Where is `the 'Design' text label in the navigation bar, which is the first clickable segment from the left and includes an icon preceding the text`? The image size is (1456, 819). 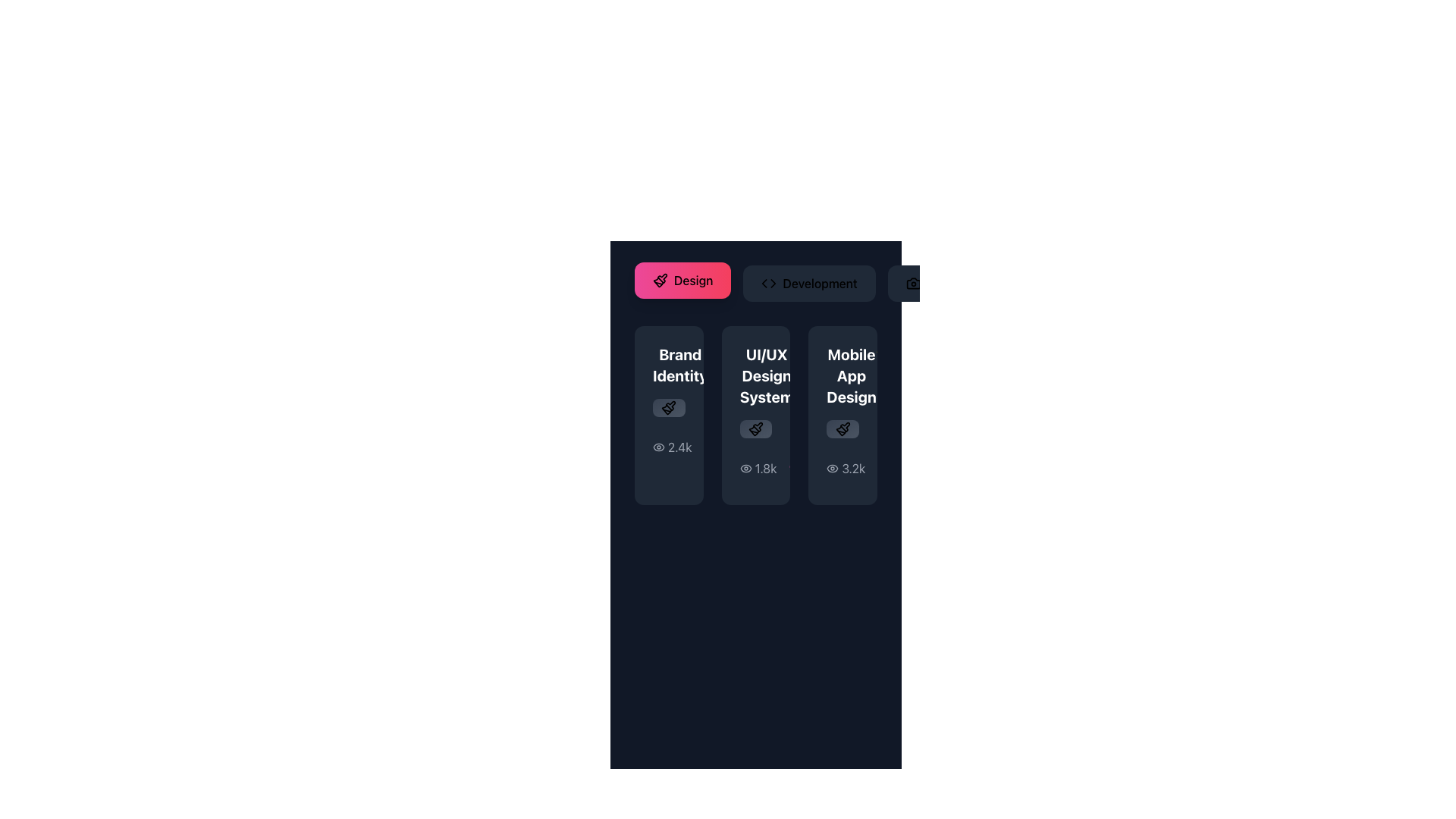
the 'Design' text label in the navigation bar, which is the first clickable segment from the left and includes an icon preceding the text is located at coordinates (692, 281).